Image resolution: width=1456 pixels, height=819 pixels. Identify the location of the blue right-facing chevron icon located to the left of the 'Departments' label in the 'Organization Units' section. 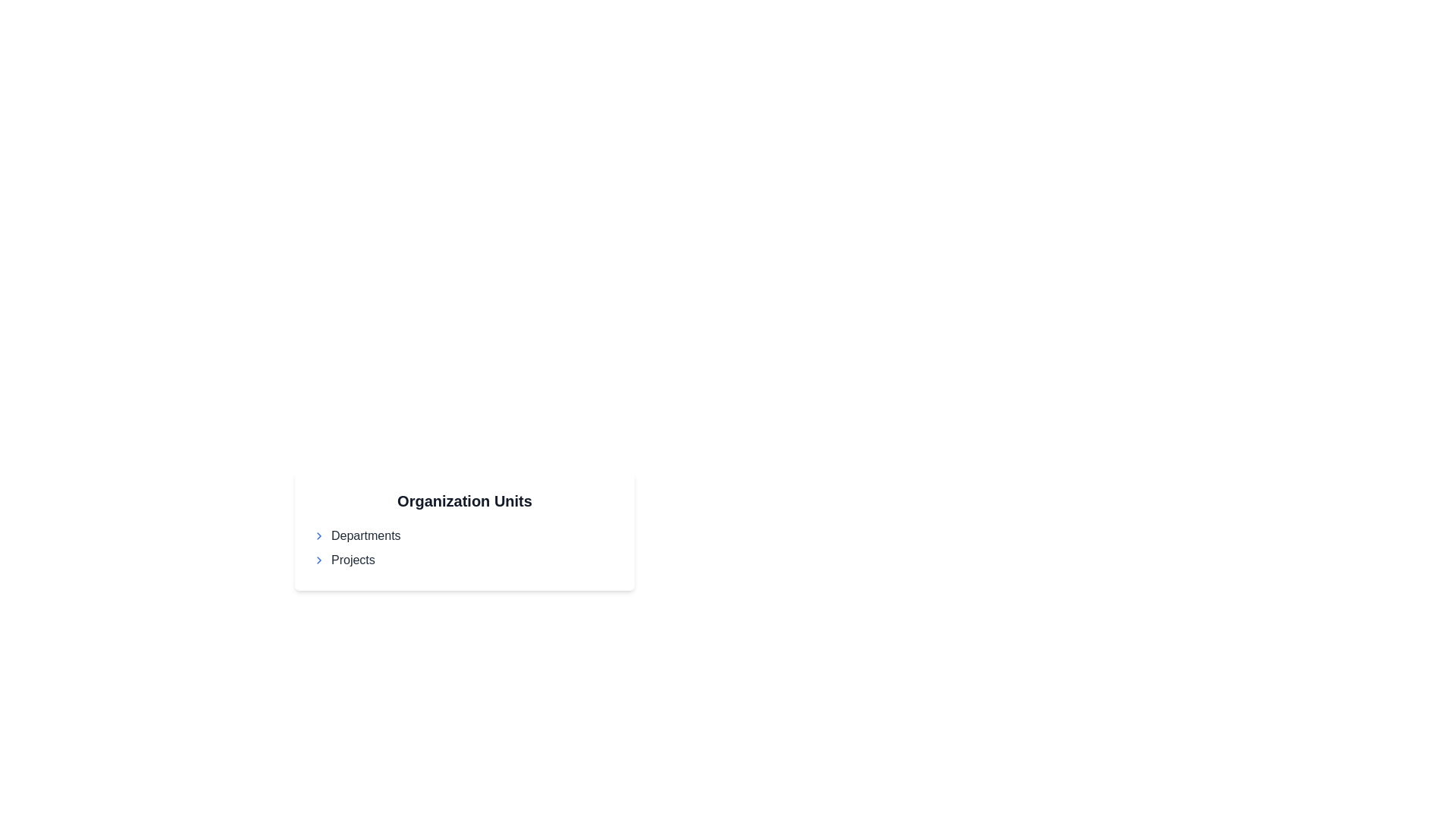
(318, 535).